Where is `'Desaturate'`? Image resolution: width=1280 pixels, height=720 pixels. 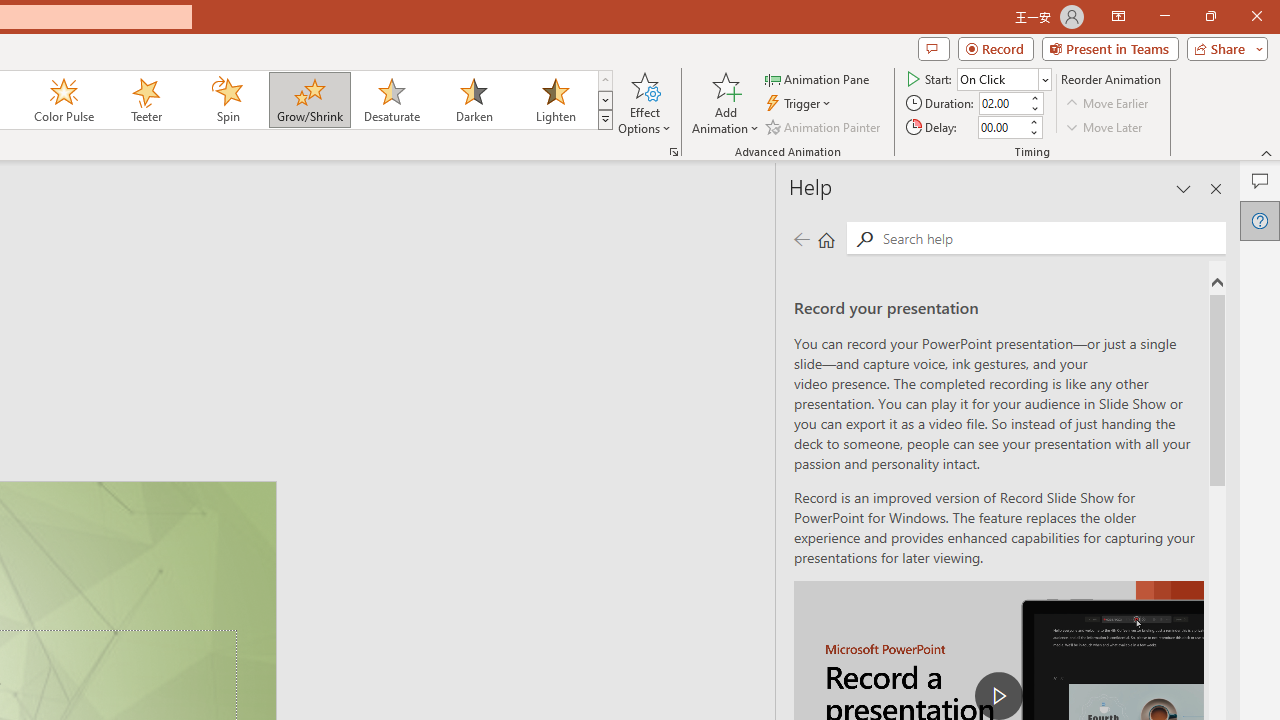 'Desaturate' is located at coordinates (391, 100).